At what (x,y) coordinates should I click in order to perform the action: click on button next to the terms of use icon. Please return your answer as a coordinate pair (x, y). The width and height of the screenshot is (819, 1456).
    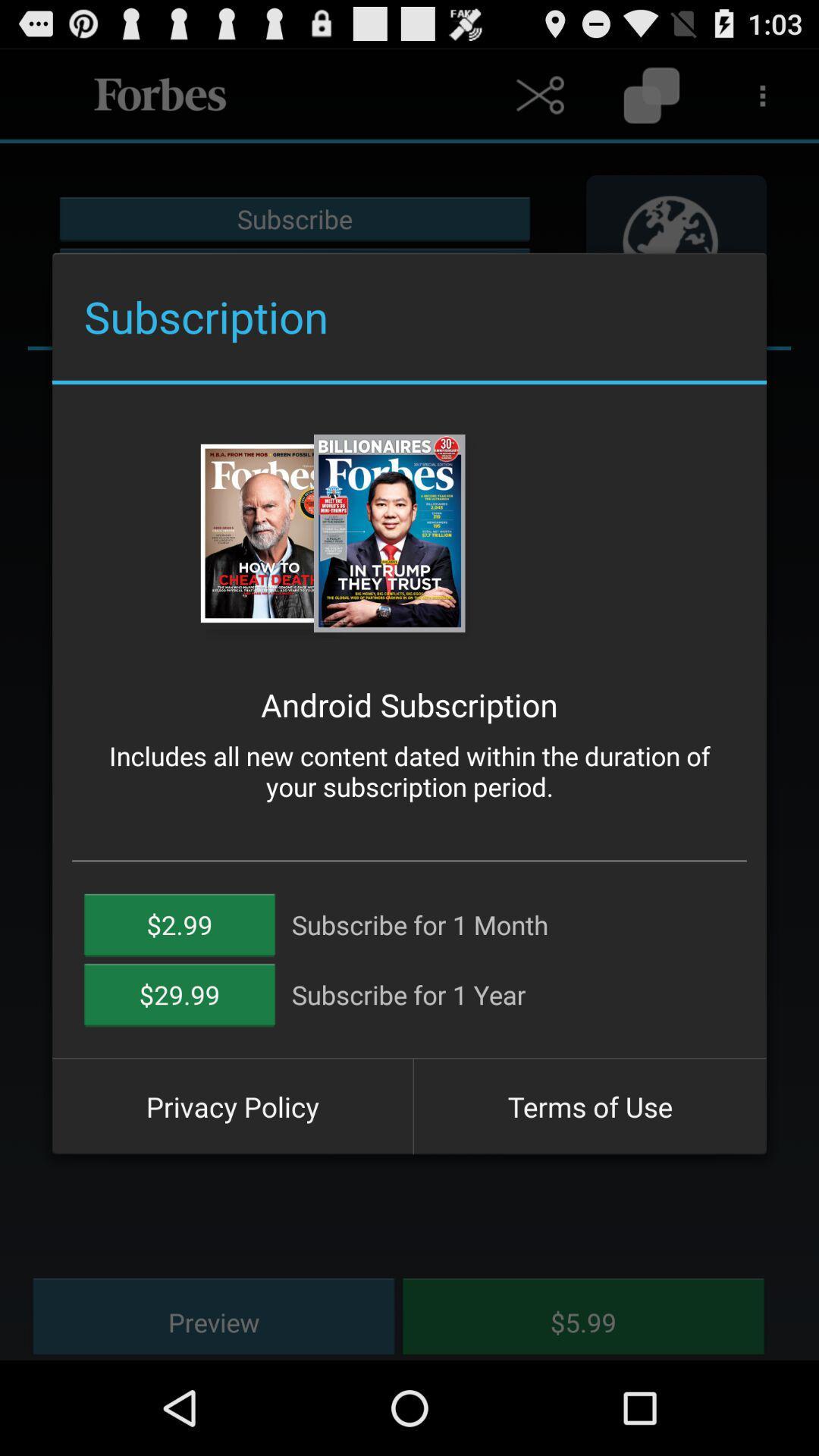
    Looking at the image, I should click on (232, 1106).